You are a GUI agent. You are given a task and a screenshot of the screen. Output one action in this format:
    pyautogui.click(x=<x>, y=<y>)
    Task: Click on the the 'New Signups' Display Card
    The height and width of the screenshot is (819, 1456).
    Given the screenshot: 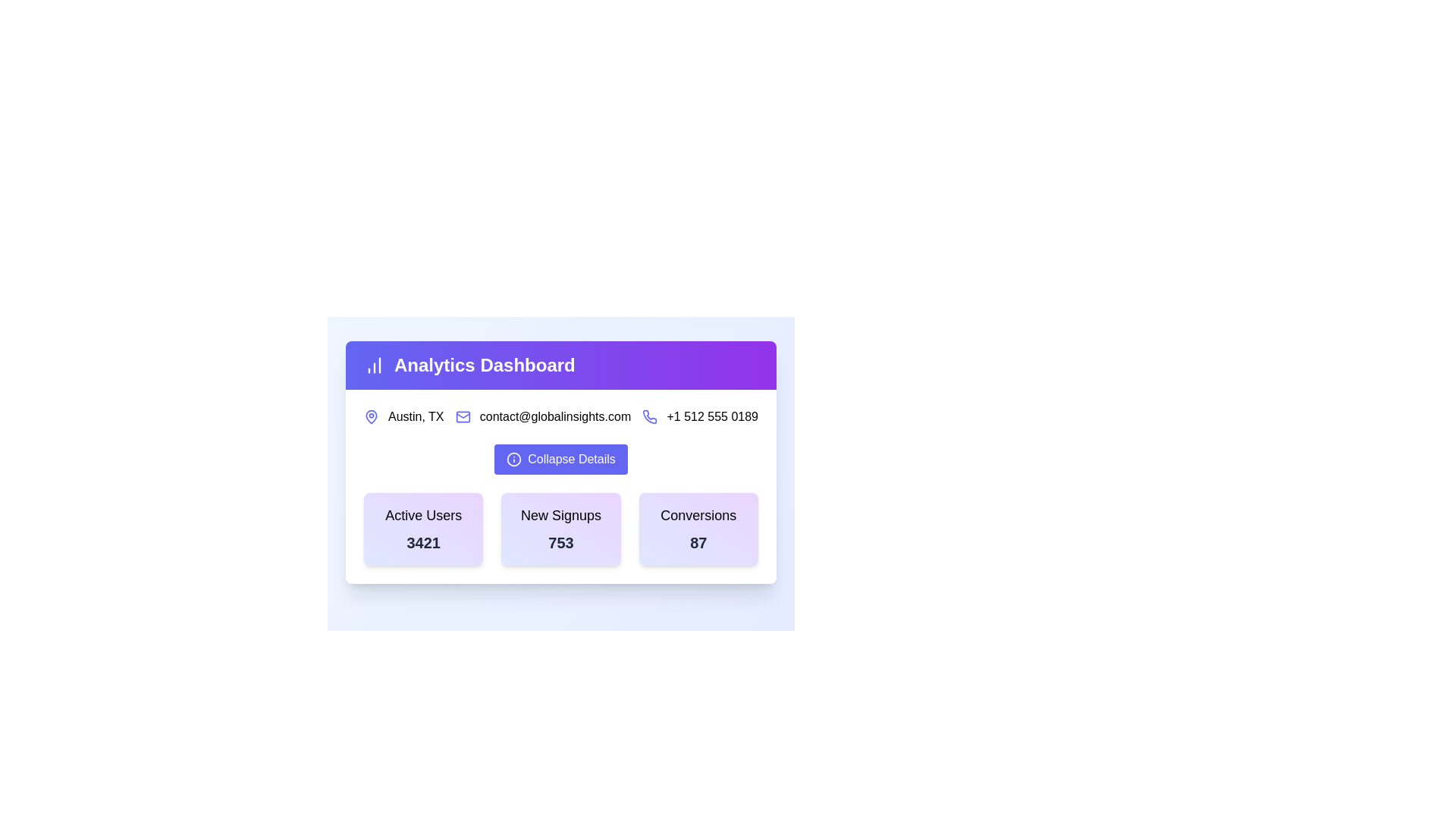 What is the action you would take?
    pyautogui.click(x=560, y=529)
    